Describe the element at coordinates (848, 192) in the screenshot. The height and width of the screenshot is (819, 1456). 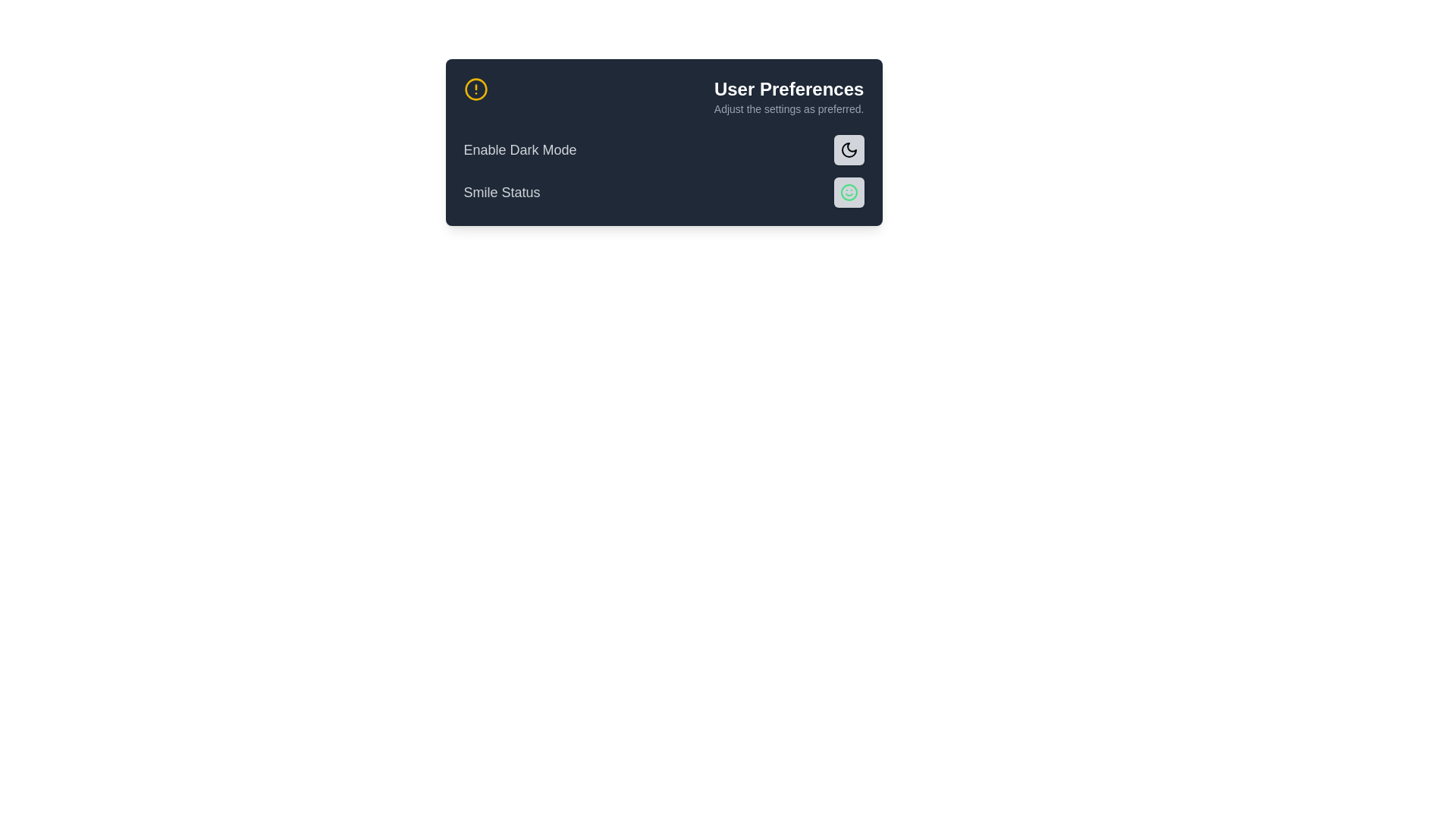
I see `the circular interactive button with a green outlined smiley face icon in the 'Smile Status' section` at that location.